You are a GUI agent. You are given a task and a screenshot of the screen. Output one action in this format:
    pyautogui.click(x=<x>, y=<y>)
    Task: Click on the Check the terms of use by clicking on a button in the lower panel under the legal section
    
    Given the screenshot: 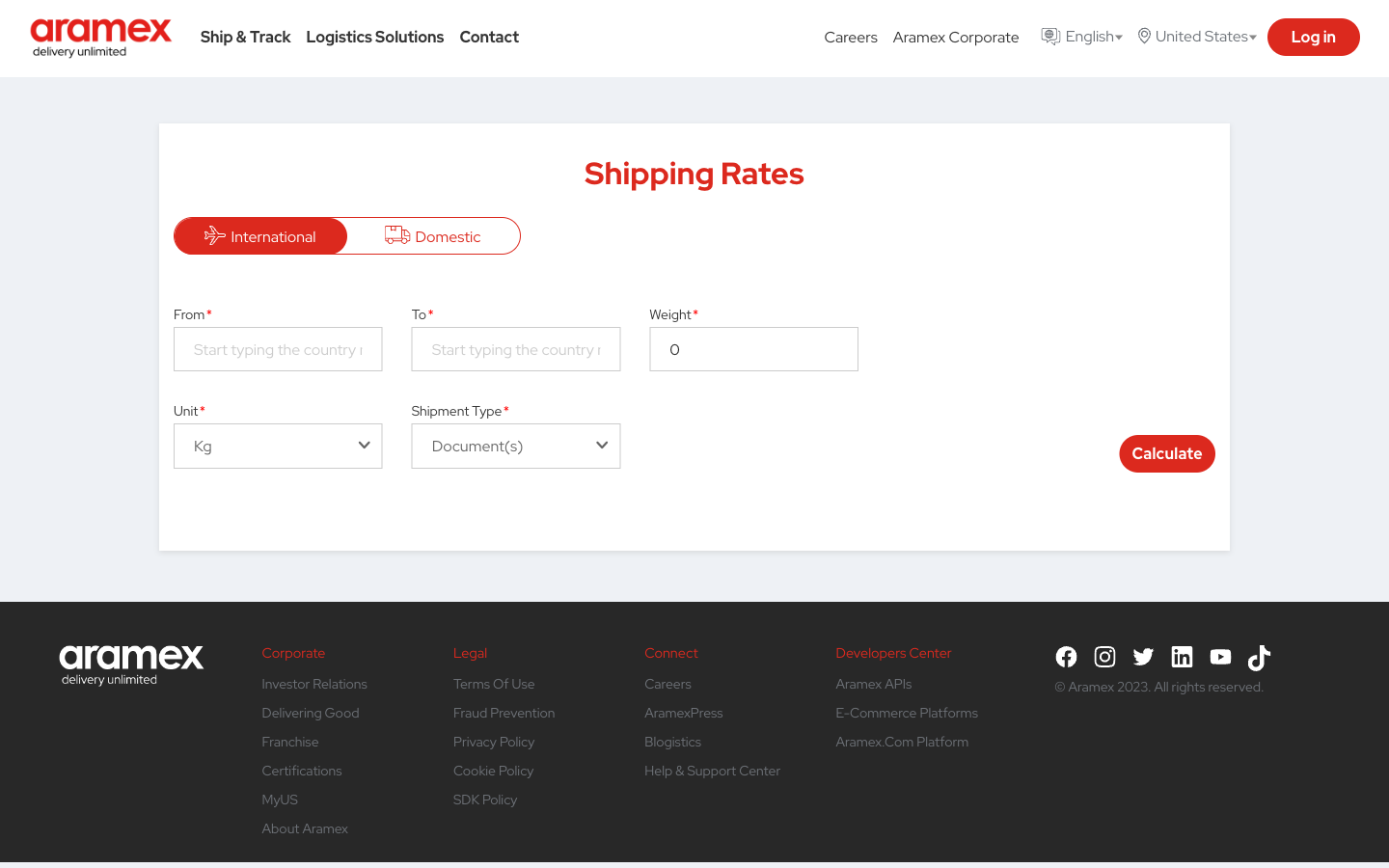 What is the action you would take?
    pyautogui.click(x=493, y=683)
    